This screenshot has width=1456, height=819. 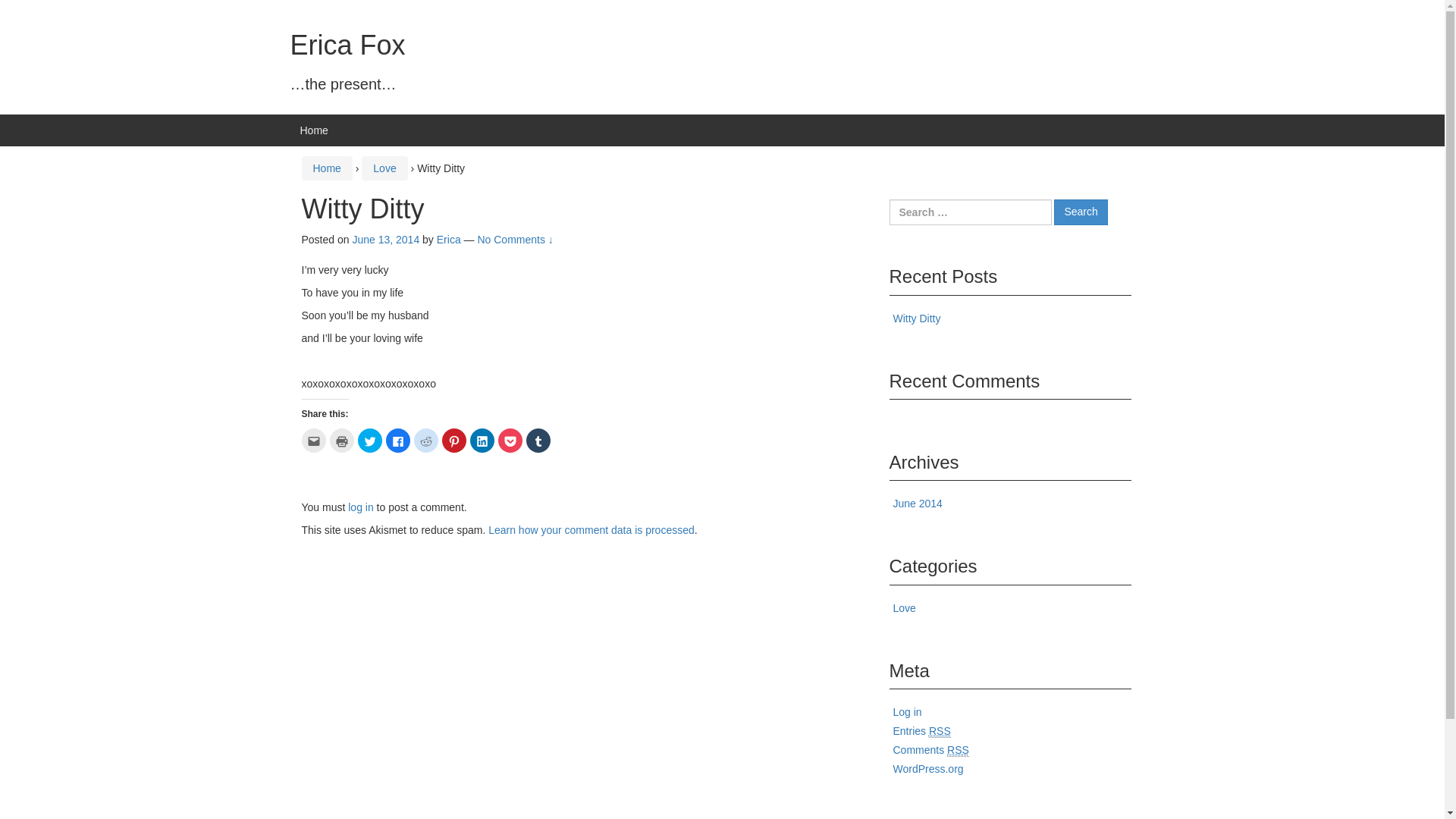 What do you see at coordinates (312, 441) in the screenshot?
I see `'Click to email this to a friend (Opens in new window)'` at bounding box center [312, 441].